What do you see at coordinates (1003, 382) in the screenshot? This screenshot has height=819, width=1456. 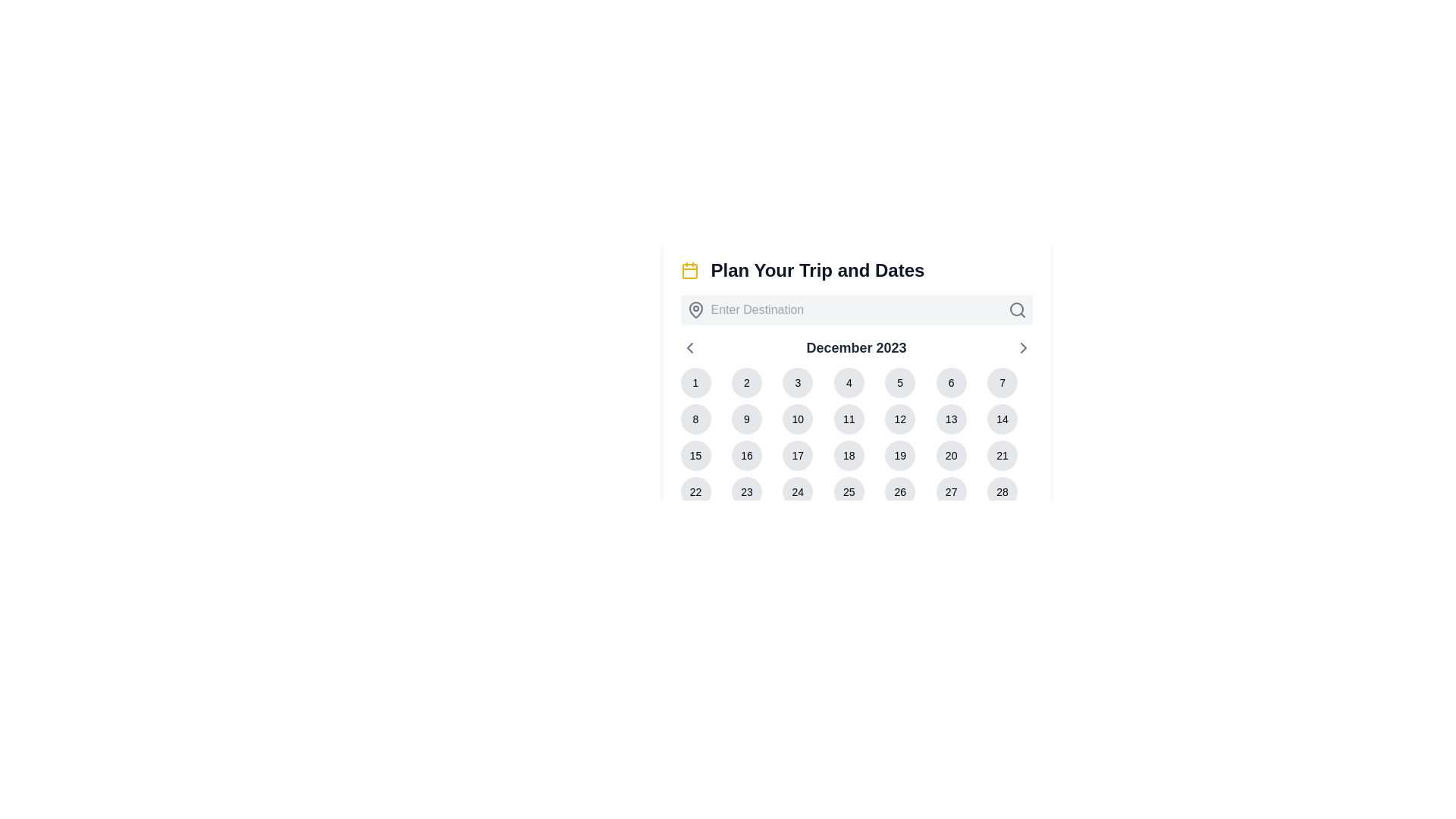 I see `the button that allows the user` at bounding box center [1003, 382].